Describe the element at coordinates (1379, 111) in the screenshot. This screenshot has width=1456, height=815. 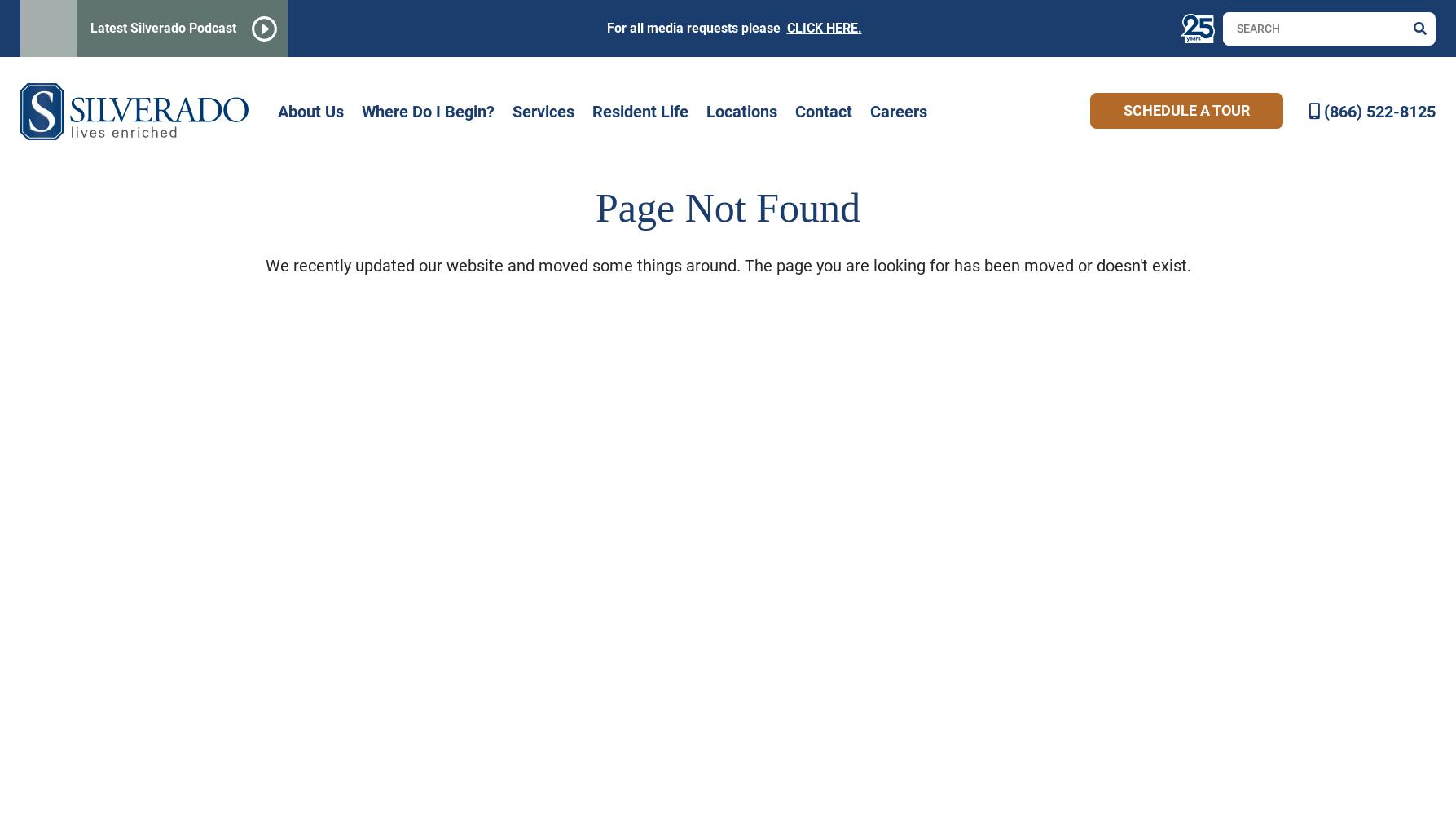
I see `'(866) 522-8125'` at that location.